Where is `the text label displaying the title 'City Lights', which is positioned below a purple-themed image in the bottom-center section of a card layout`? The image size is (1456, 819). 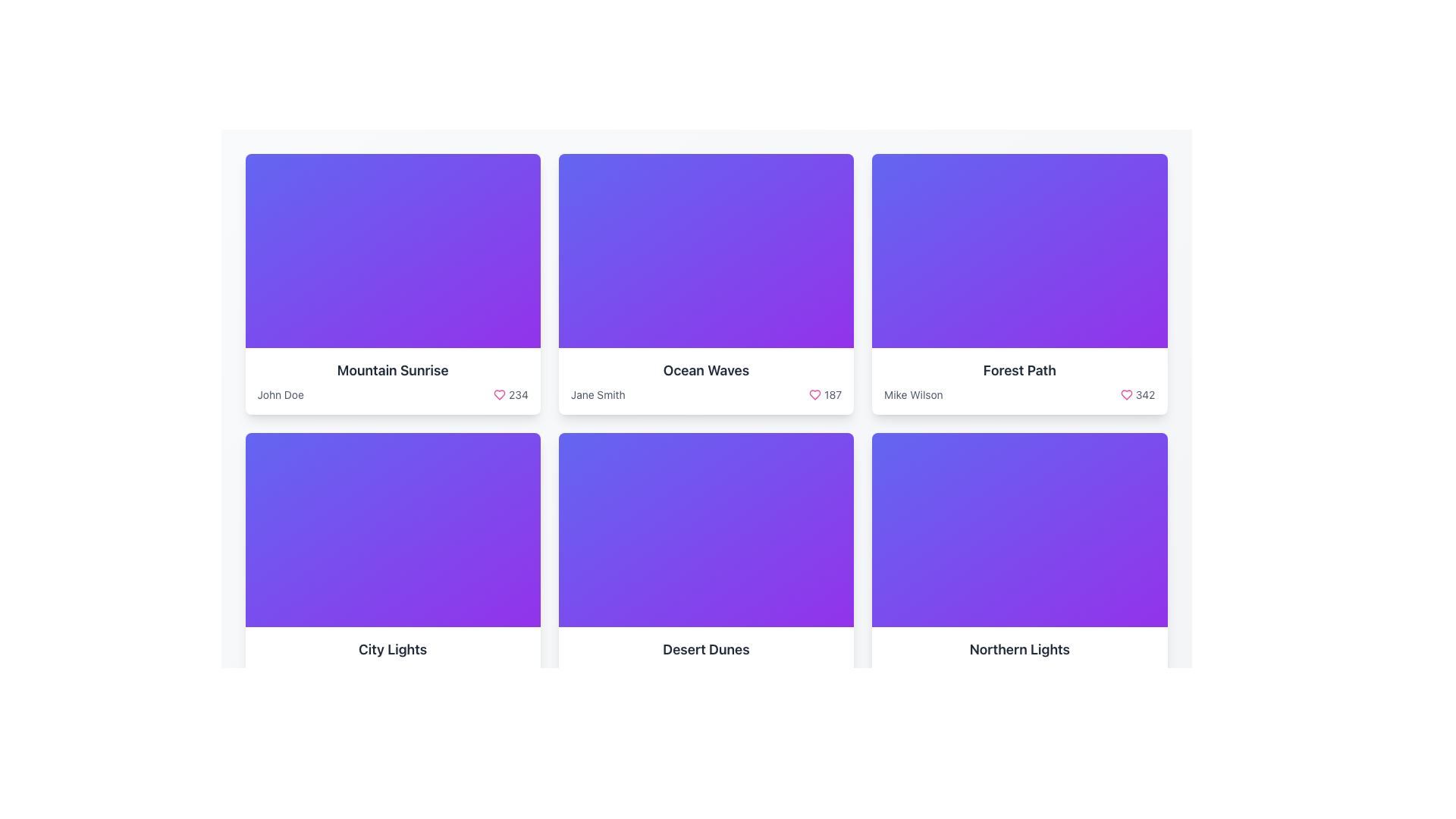
the text label displaying the title 'City Lights', which is positioned below a purple-themed image in the bottom-center section of a card layout is located at coordinates (393, 648).